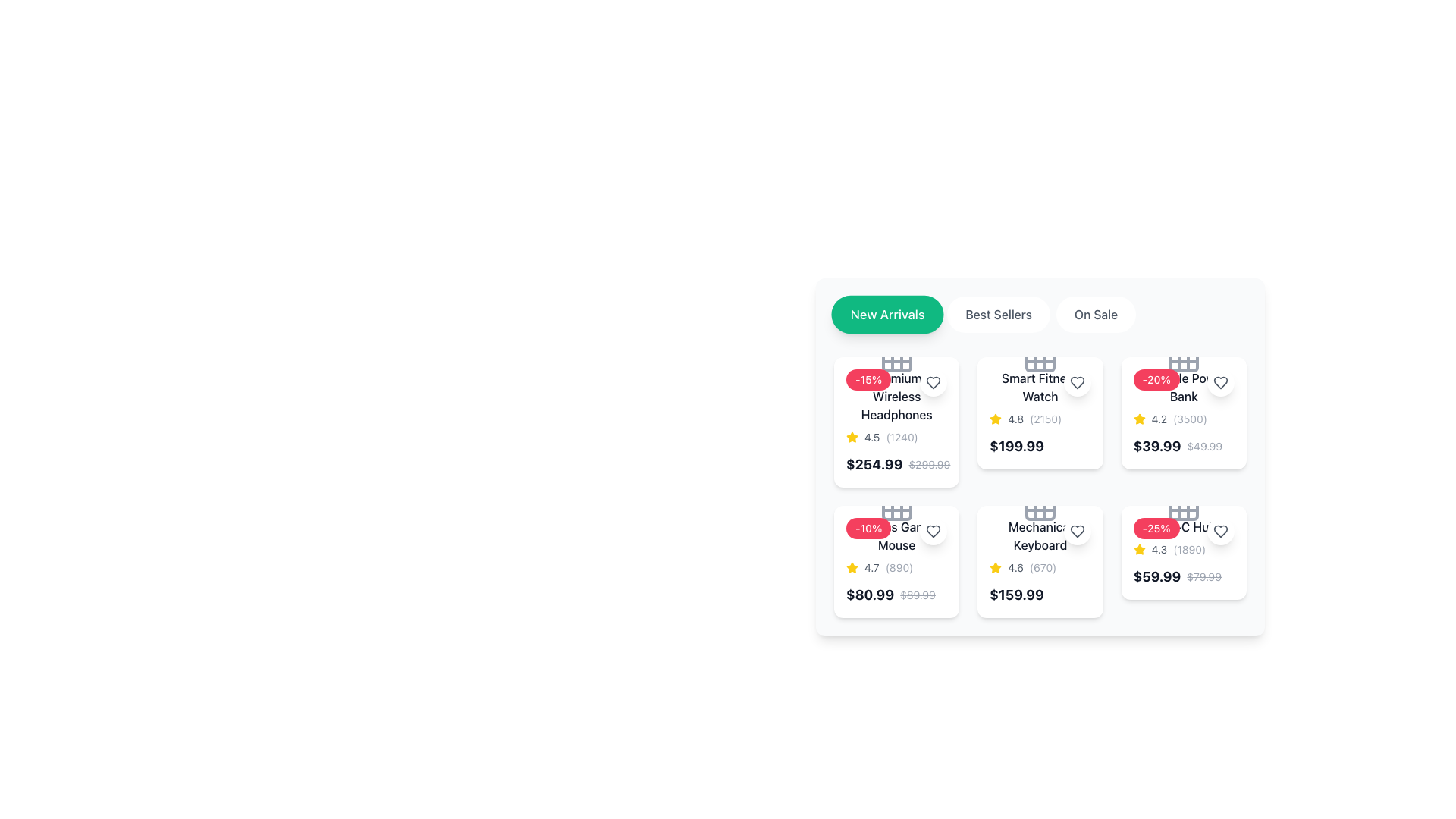 Image resolution: width=1456 pixels, height=819 pixels. Describe the element at coordinates (896, 506) in the screenshot. I see `the icon` at that location.